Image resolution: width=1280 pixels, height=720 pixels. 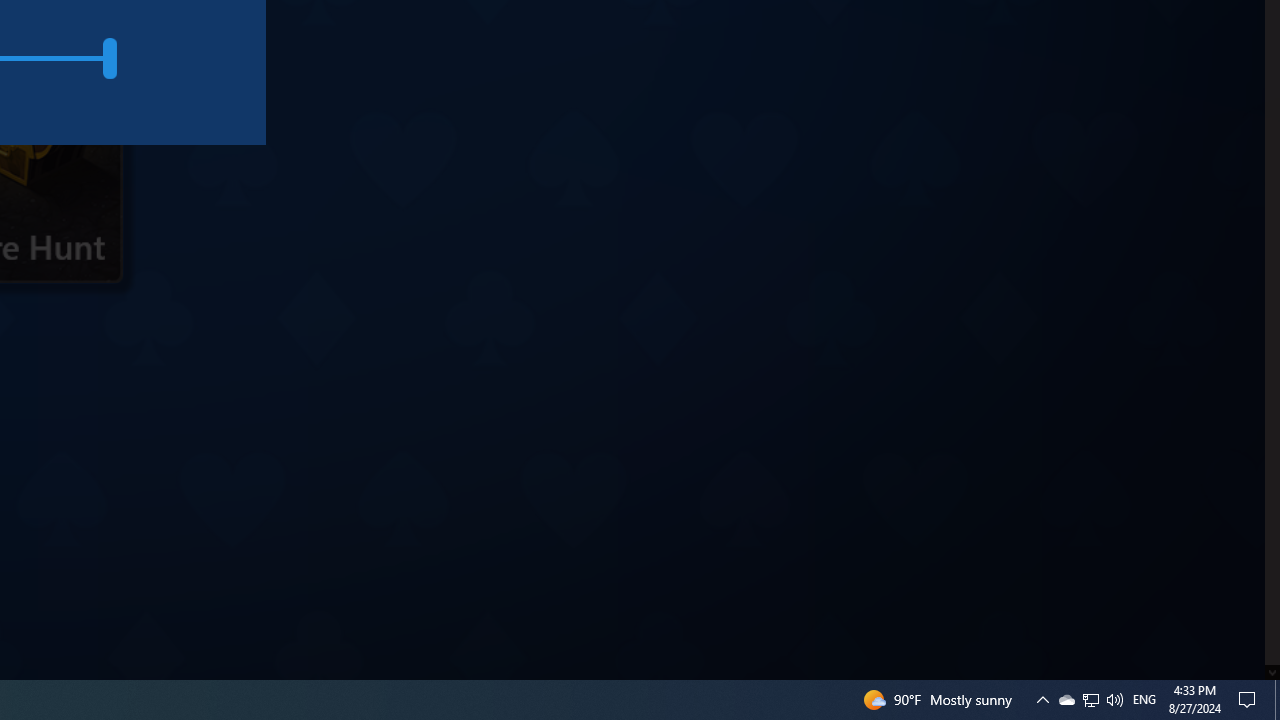 I want to click on 'AutomationID: down_arrow_0', so click(x=1271, y=672).